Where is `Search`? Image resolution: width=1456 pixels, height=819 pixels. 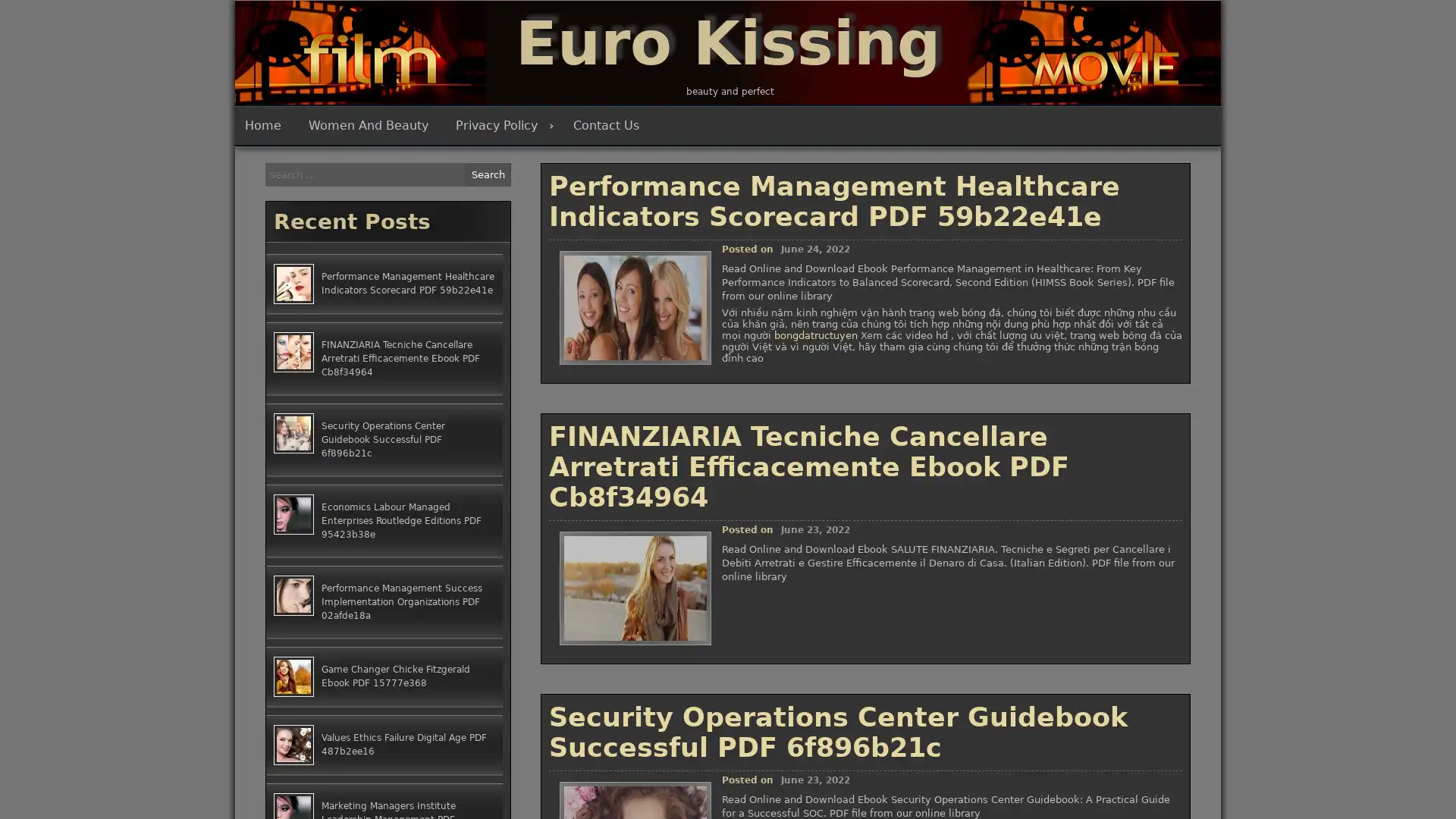
Search is located at coordinates (488, 174).